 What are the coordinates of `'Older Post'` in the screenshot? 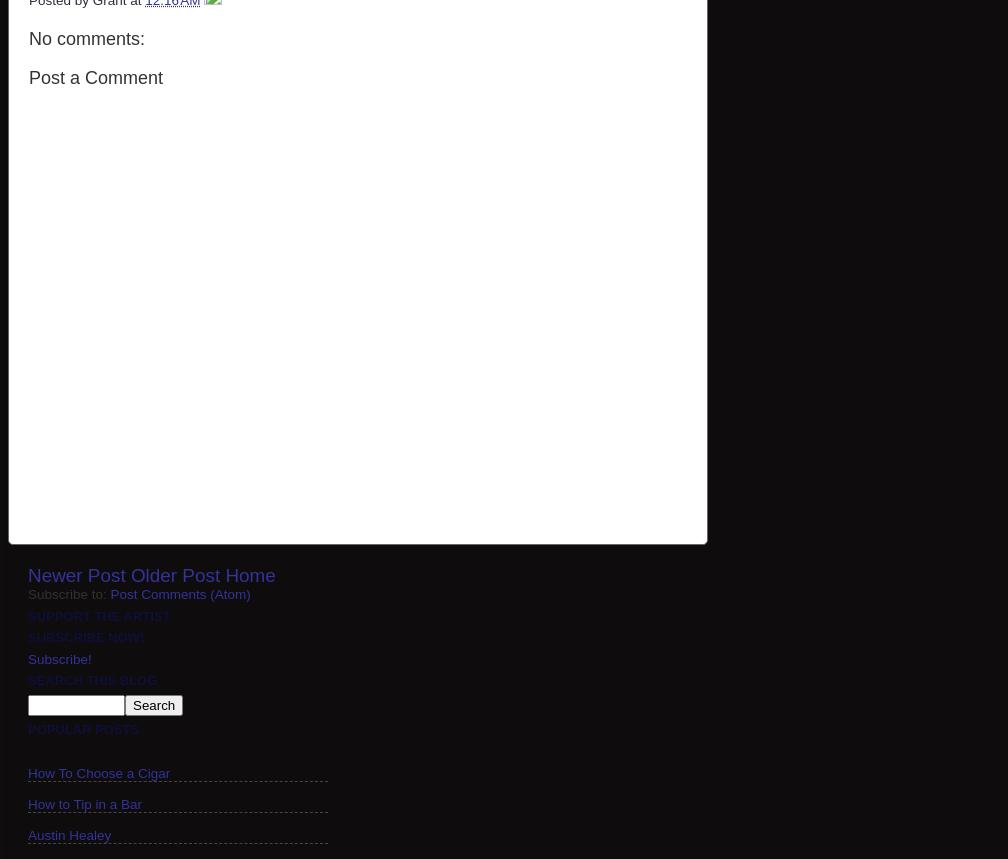 It's located at (130, 575).